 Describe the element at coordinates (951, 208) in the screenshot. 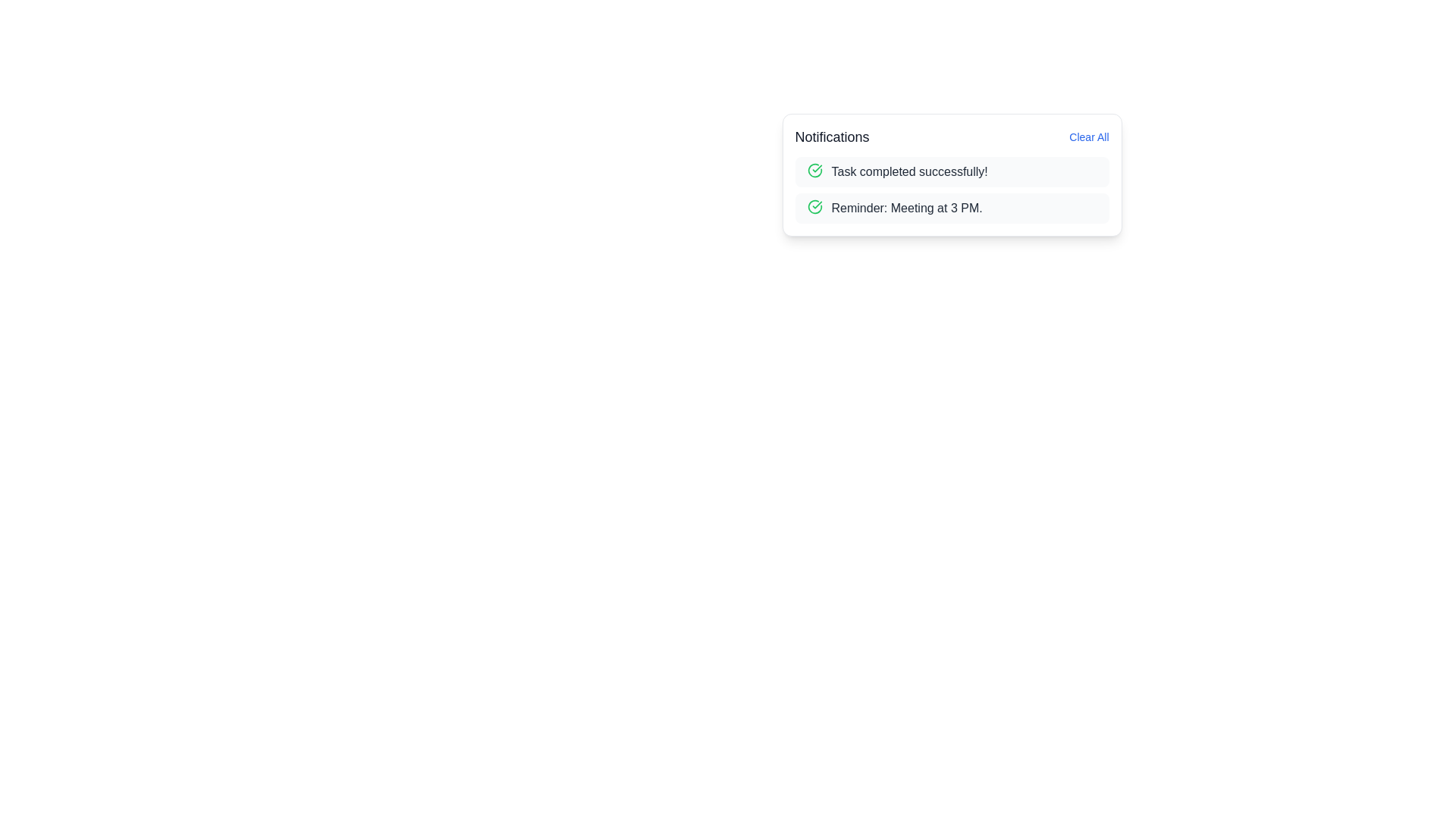

I see `the second notification item, which is a reminder about an upcoming meeting at 3 PM` at that location.